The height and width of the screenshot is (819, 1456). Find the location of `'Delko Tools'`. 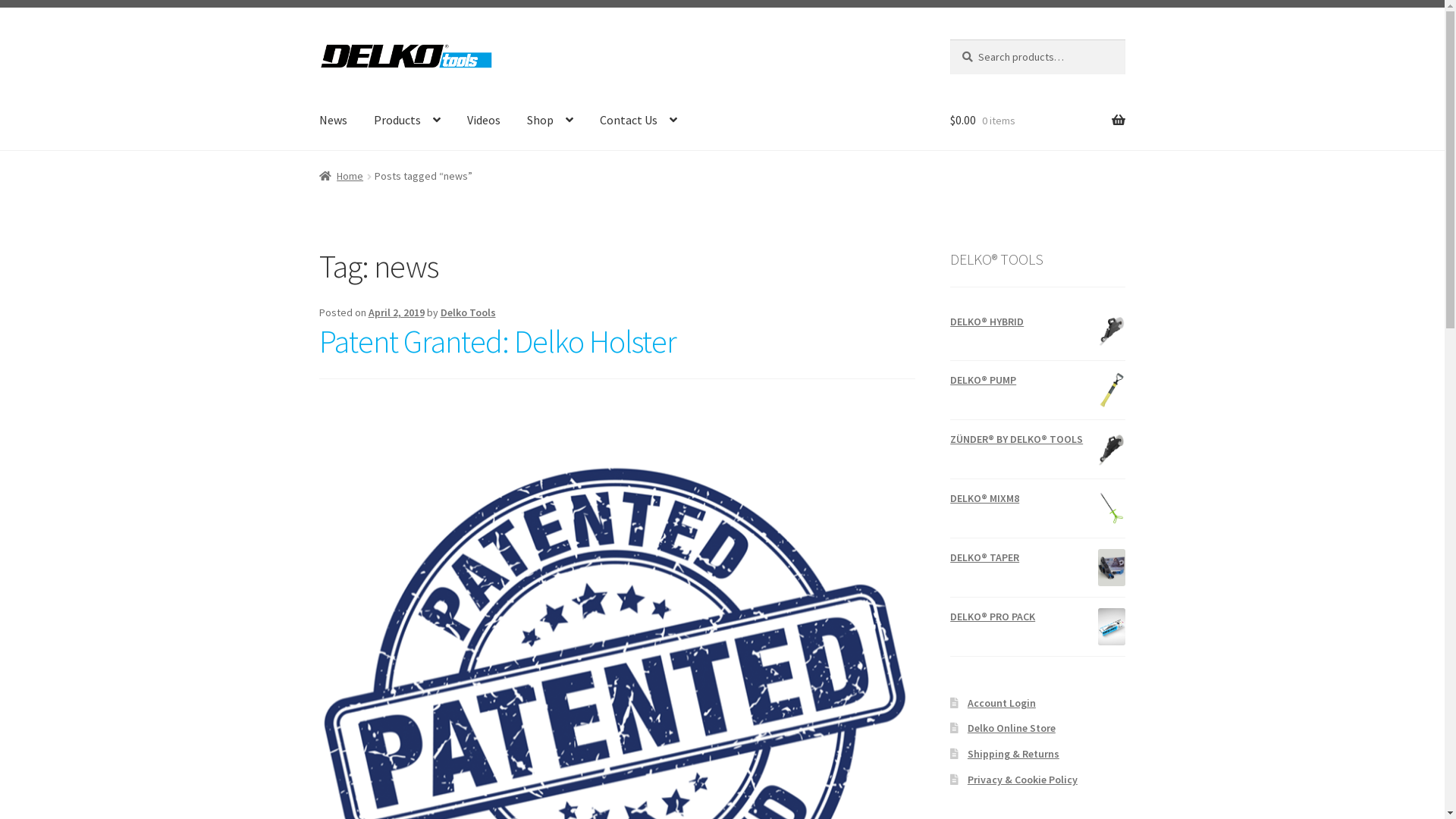

'Delko Tools' is located at coordinates (467, 312).